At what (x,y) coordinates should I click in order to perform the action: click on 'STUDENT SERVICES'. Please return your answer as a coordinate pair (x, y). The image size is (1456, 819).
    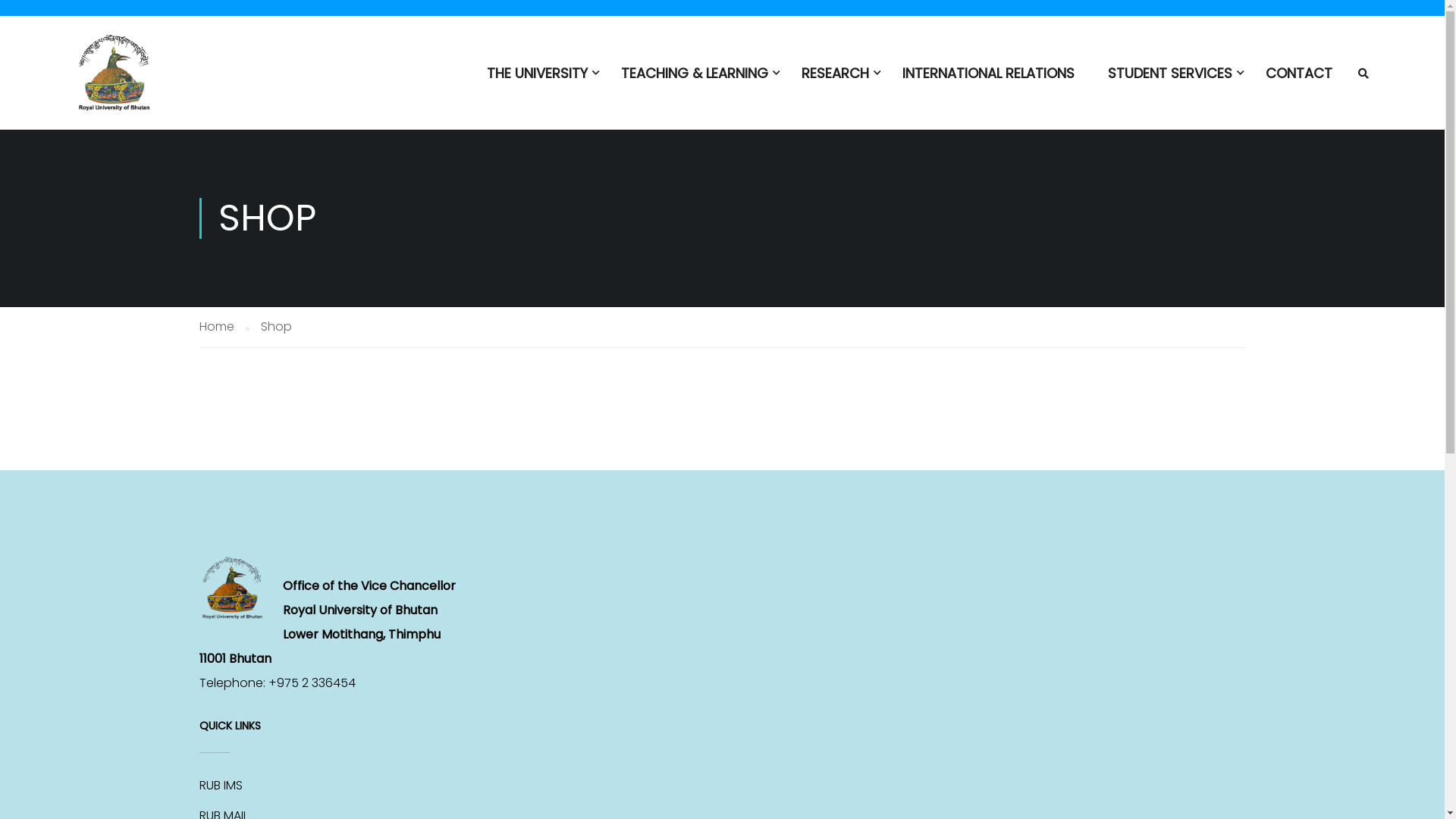
    Looking at the image, I should click on (1169, 80).